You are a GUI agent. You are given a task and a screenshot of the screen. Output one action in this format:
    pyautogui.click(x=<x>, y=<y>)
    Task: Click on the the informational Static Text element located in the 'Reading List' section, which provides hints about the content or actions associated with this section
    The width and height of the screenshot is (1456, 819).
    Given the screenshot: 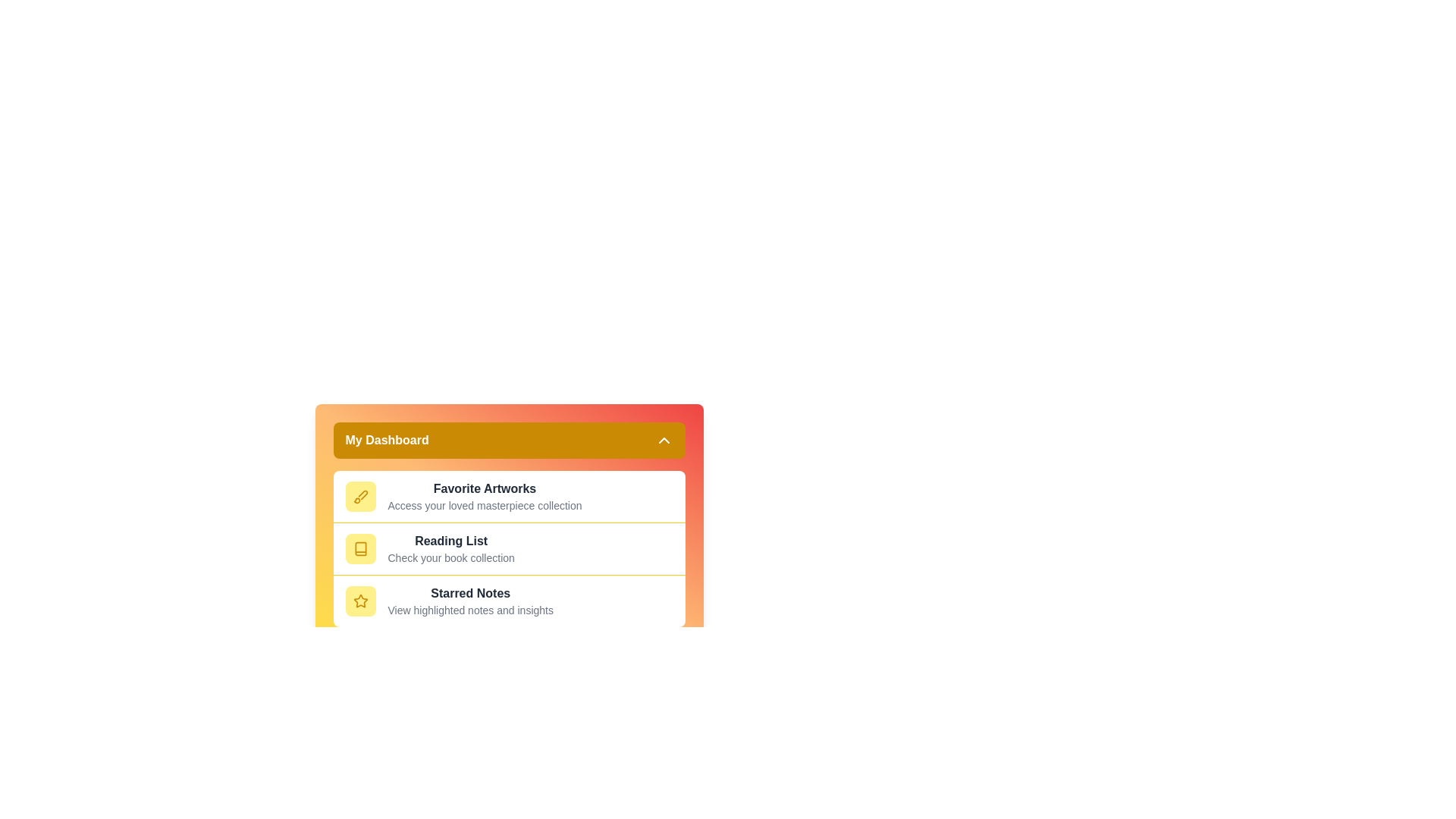 What is the action you would take?
    pyautogui.click(x=450, y=558)
    